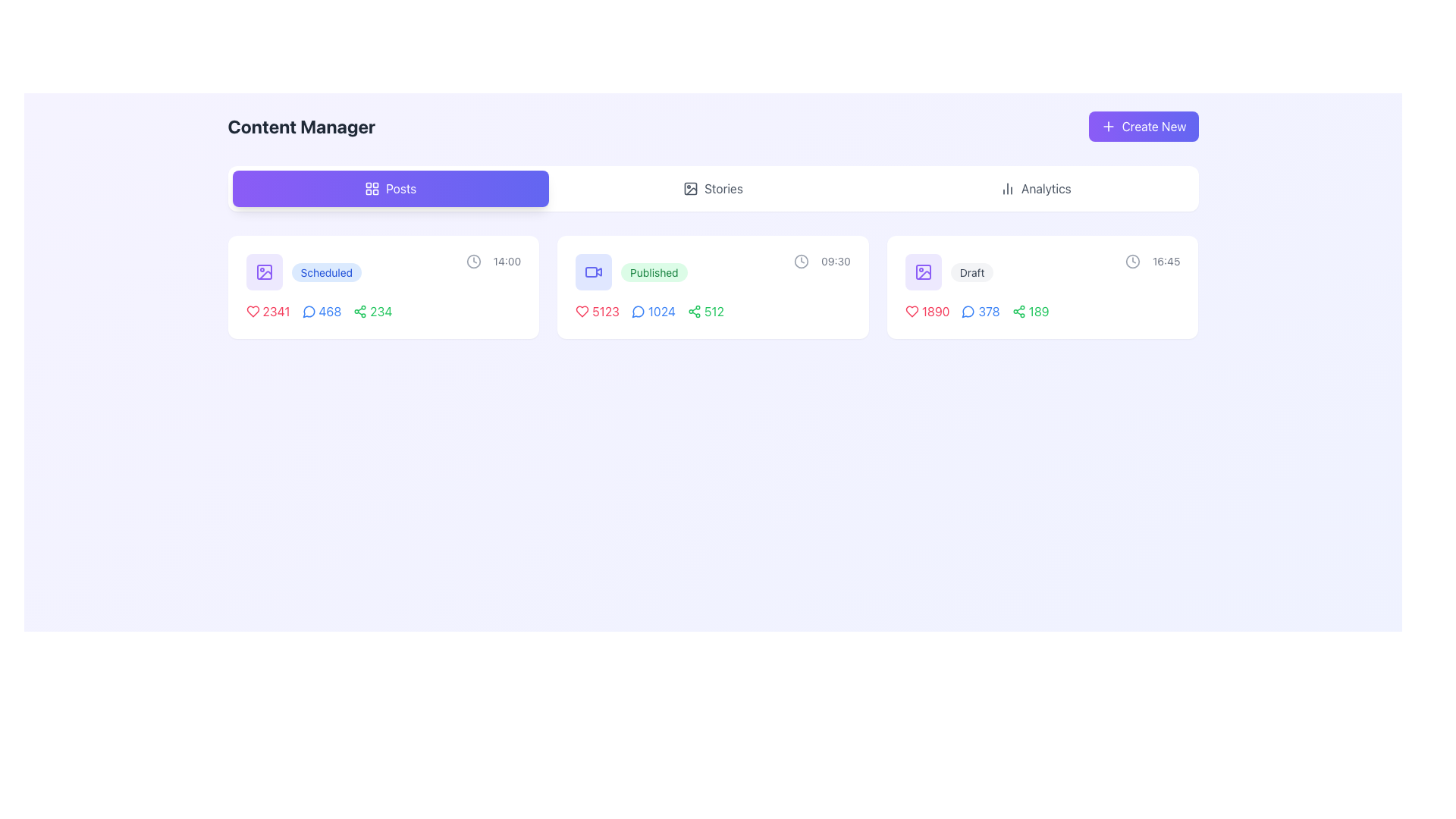 Image resolution: width=1456 pixels, height=819 pixels. Describe the element at coordinates (372, 188) in the screenshot. I see `the icon representing four small squares within the 'Posts' button in the top navigation bar` at that location.